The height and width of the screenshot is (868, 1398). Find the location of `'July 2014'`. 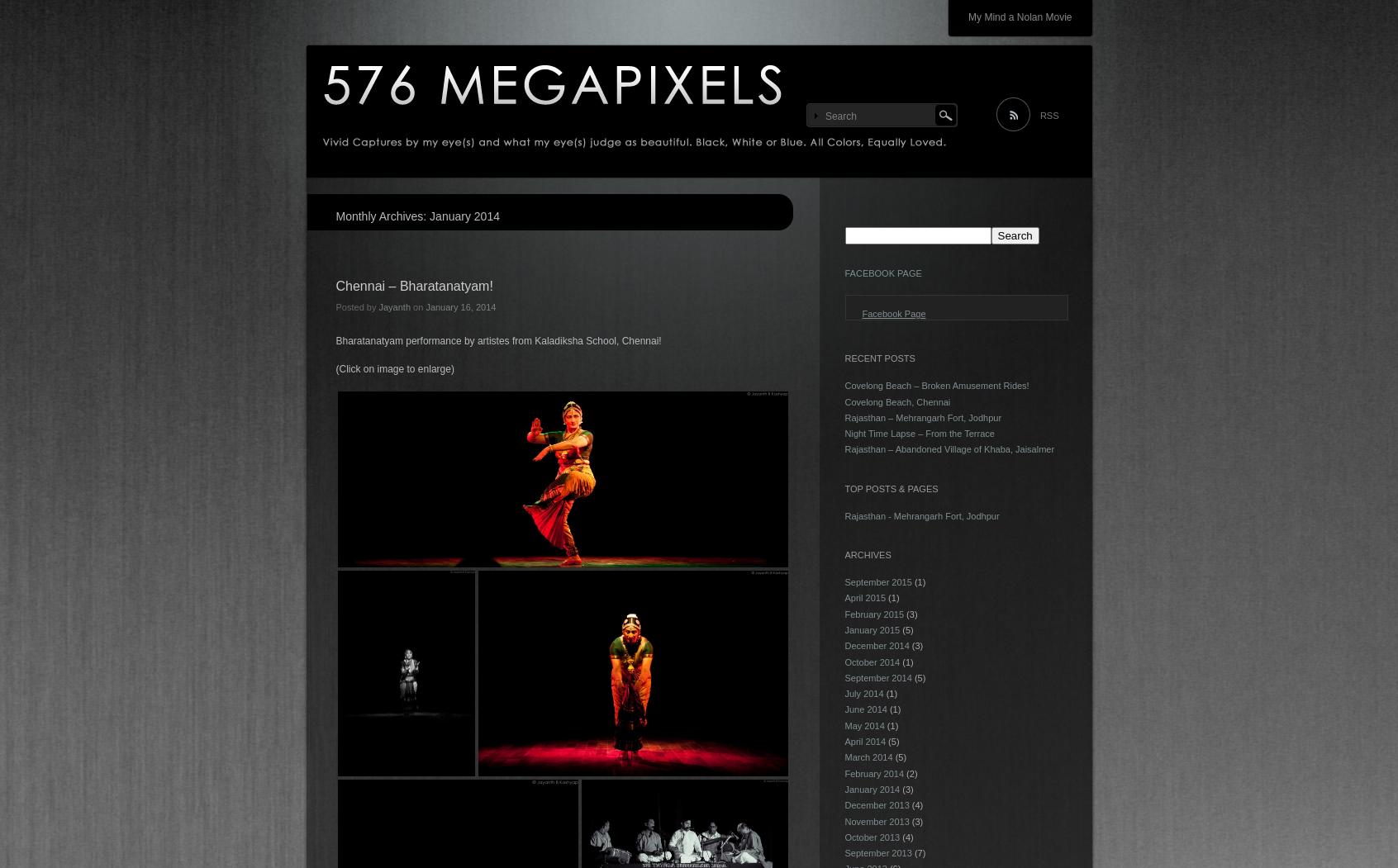

'July 2014' is located at coordinates (863, 693).